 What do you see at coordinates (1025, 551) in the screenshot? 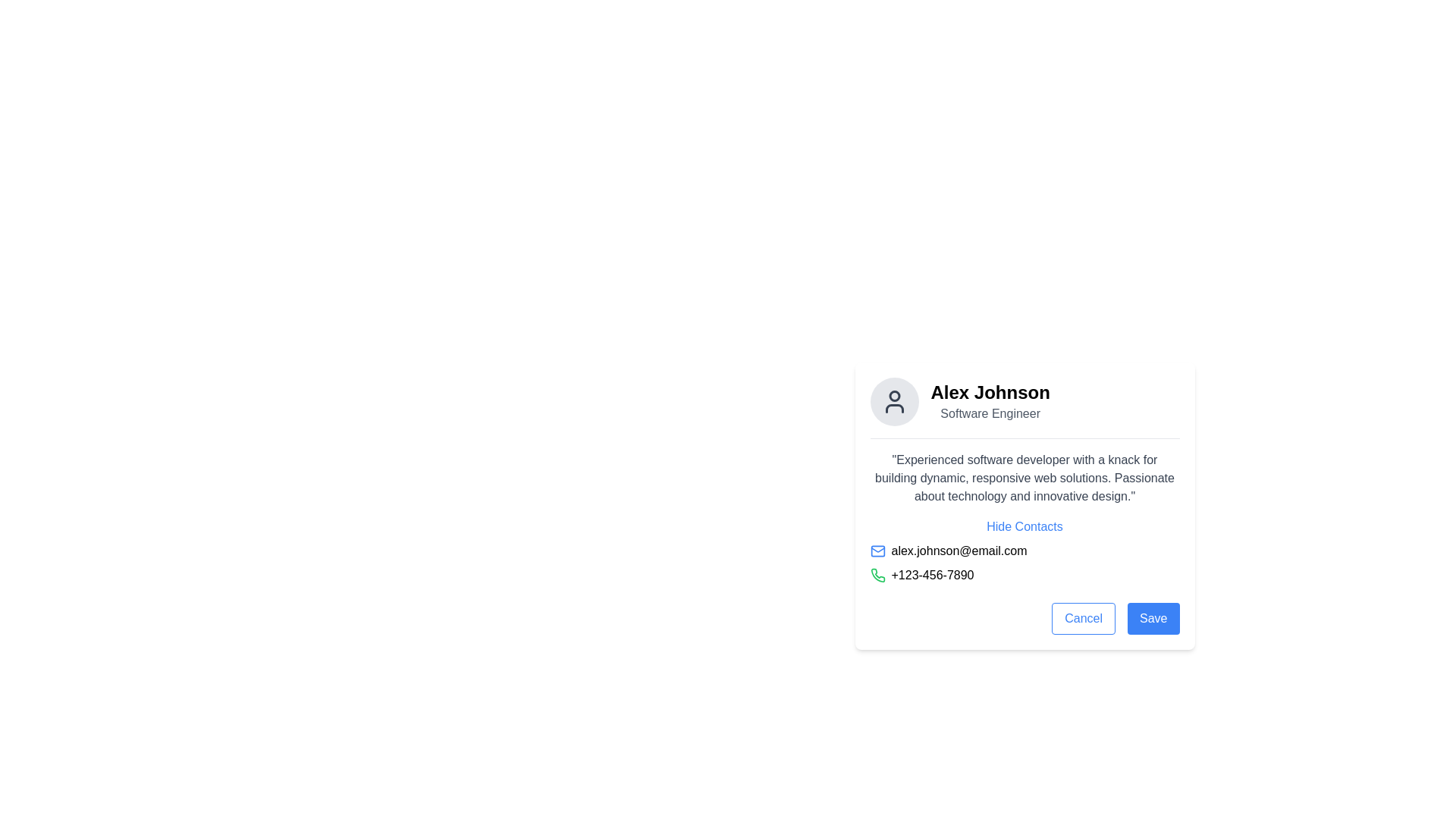
I see `the email address 'alex.johnson@email.com' which is displayed with a blue envelope icon to its left, located as the first item` at bounding box center [1025, 551].